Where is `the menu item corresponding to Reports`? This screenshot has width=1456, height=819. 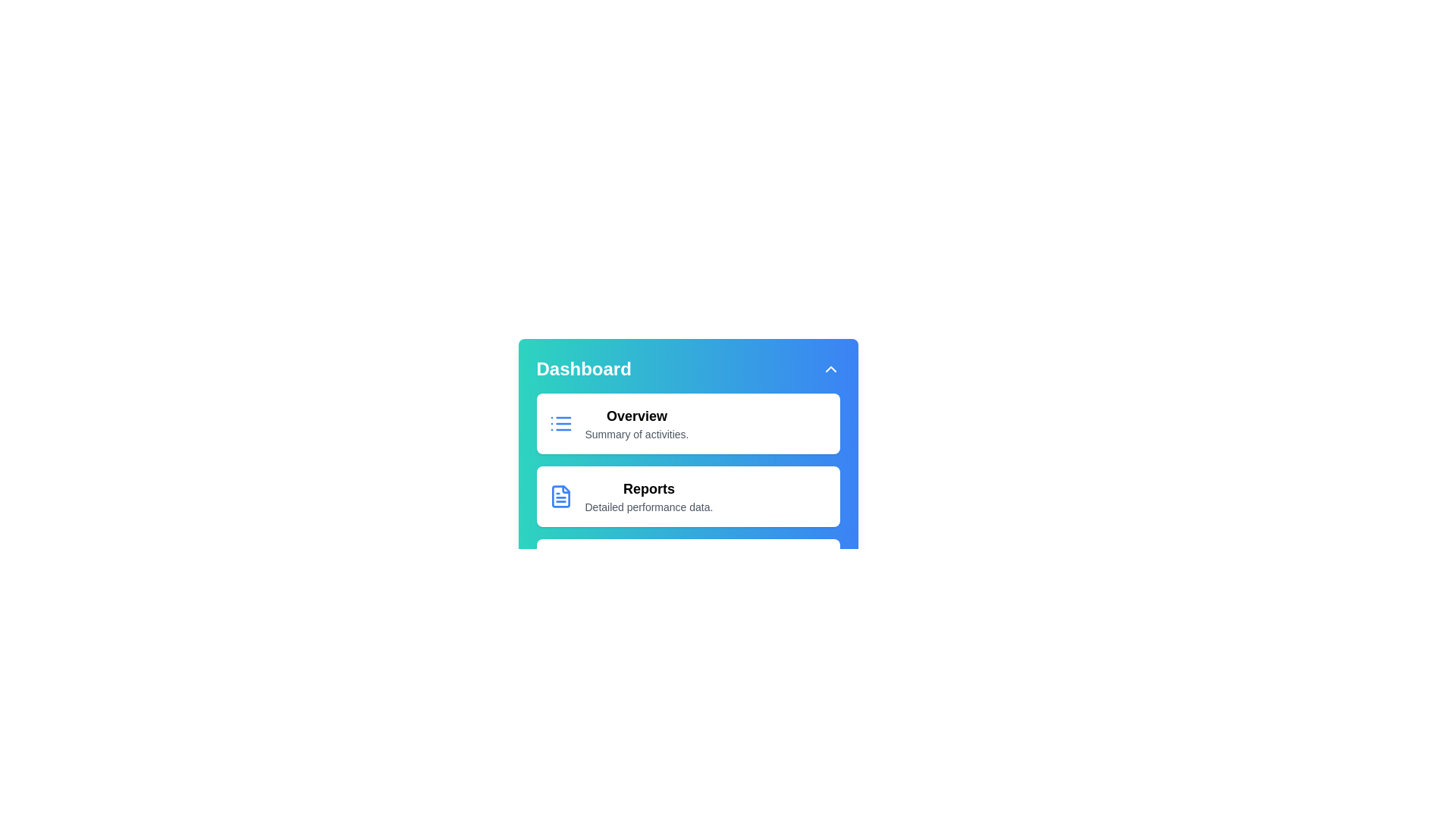
the menu item corresponding to Reports is located at coordinates (648, 497).